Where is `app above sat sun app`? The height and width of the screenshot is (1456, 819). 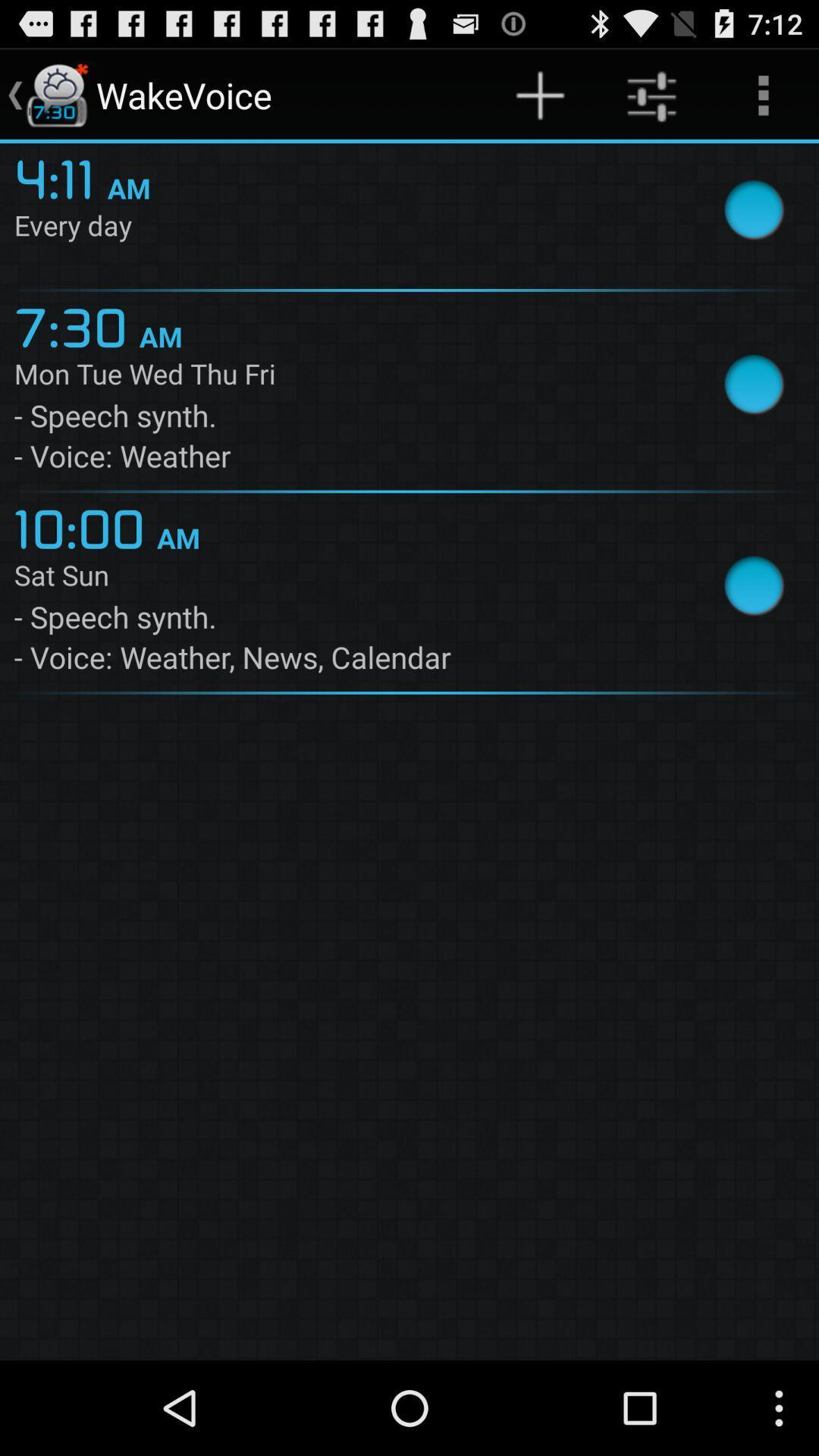 app above sat sun app is located at coordinates (85, 526).